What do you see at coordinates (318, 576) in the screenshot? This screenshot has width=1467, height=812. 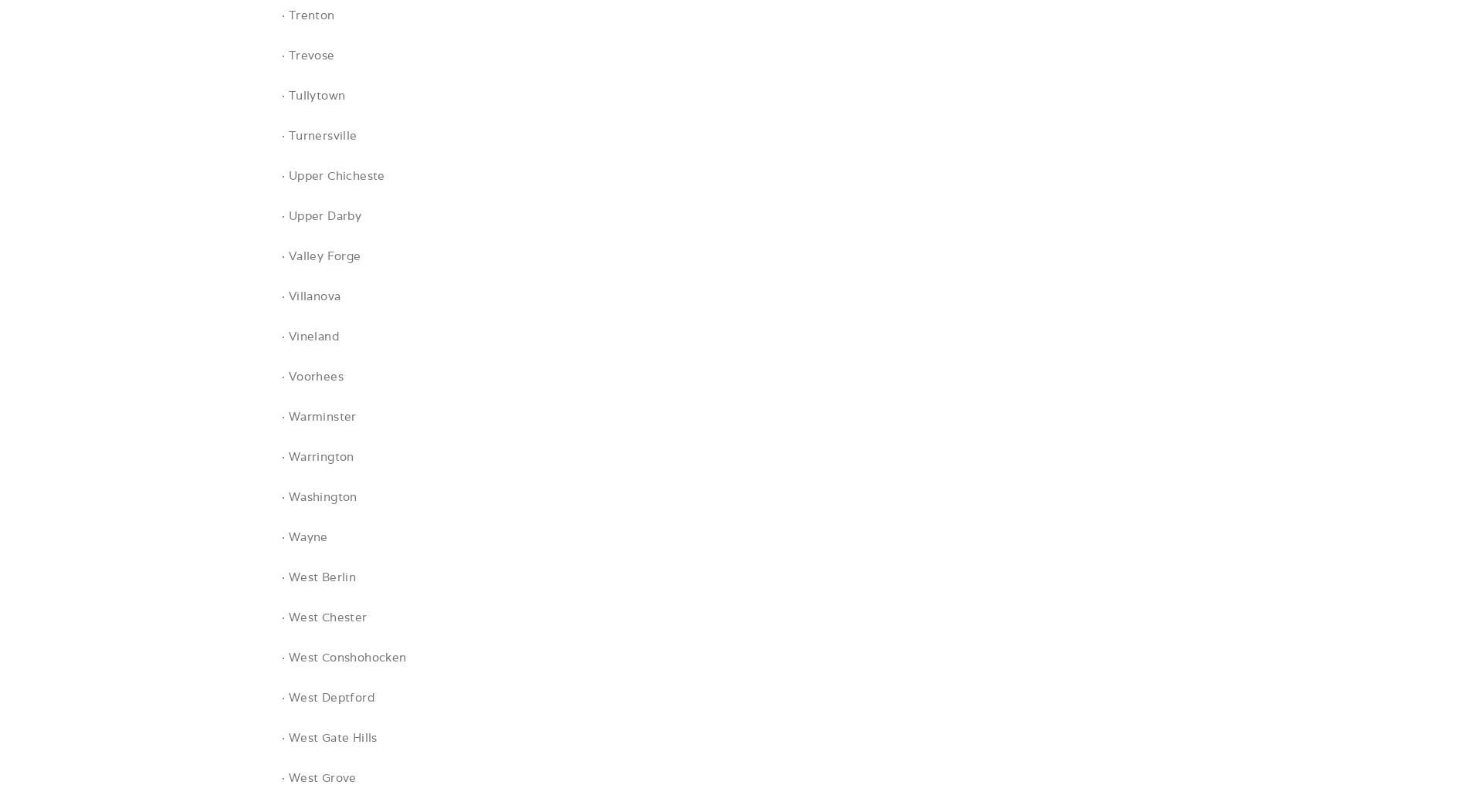 I see `'· West Berlin'` at bounding box center [318, 576].